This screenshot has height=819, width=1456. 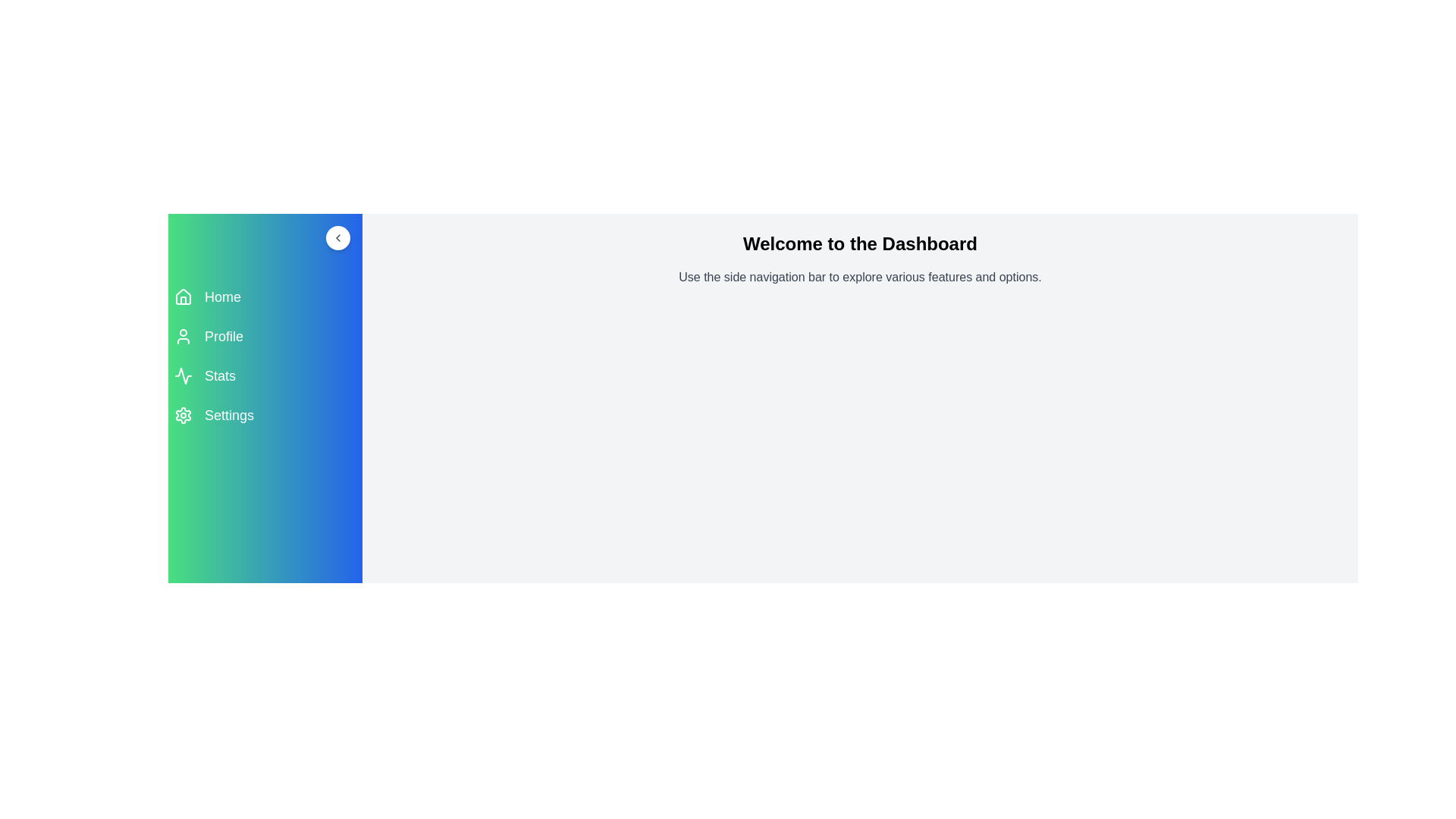 I want to click on the 'Home' navigation button located at the top of the vertical menu on the left side of the interface, so click(x=265, y=297).